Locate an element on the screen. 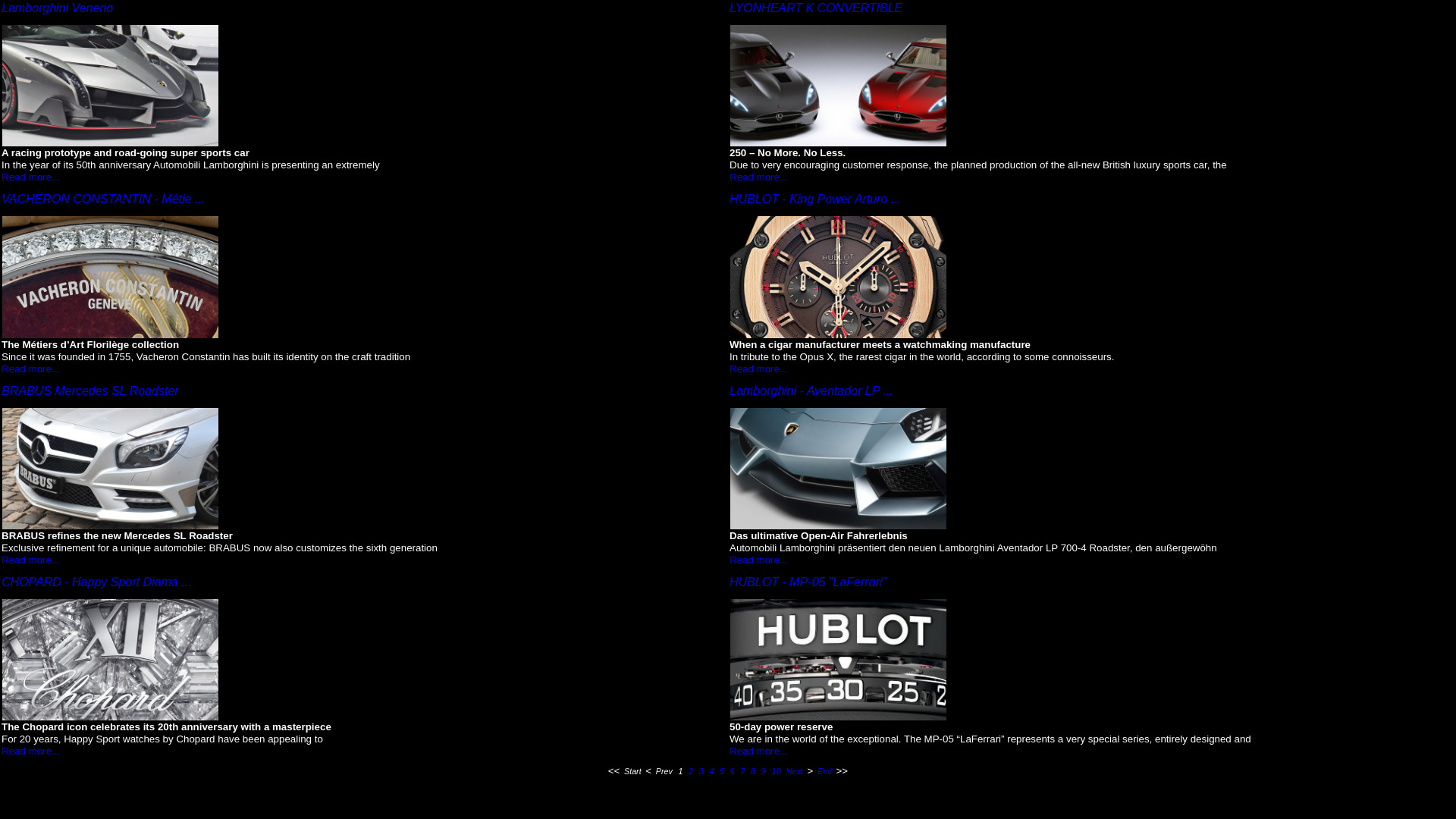 This screenshot has height=819, width=1456. 'HUBLOT - King Power Arturo ...' is located at coordinates (814, 198).